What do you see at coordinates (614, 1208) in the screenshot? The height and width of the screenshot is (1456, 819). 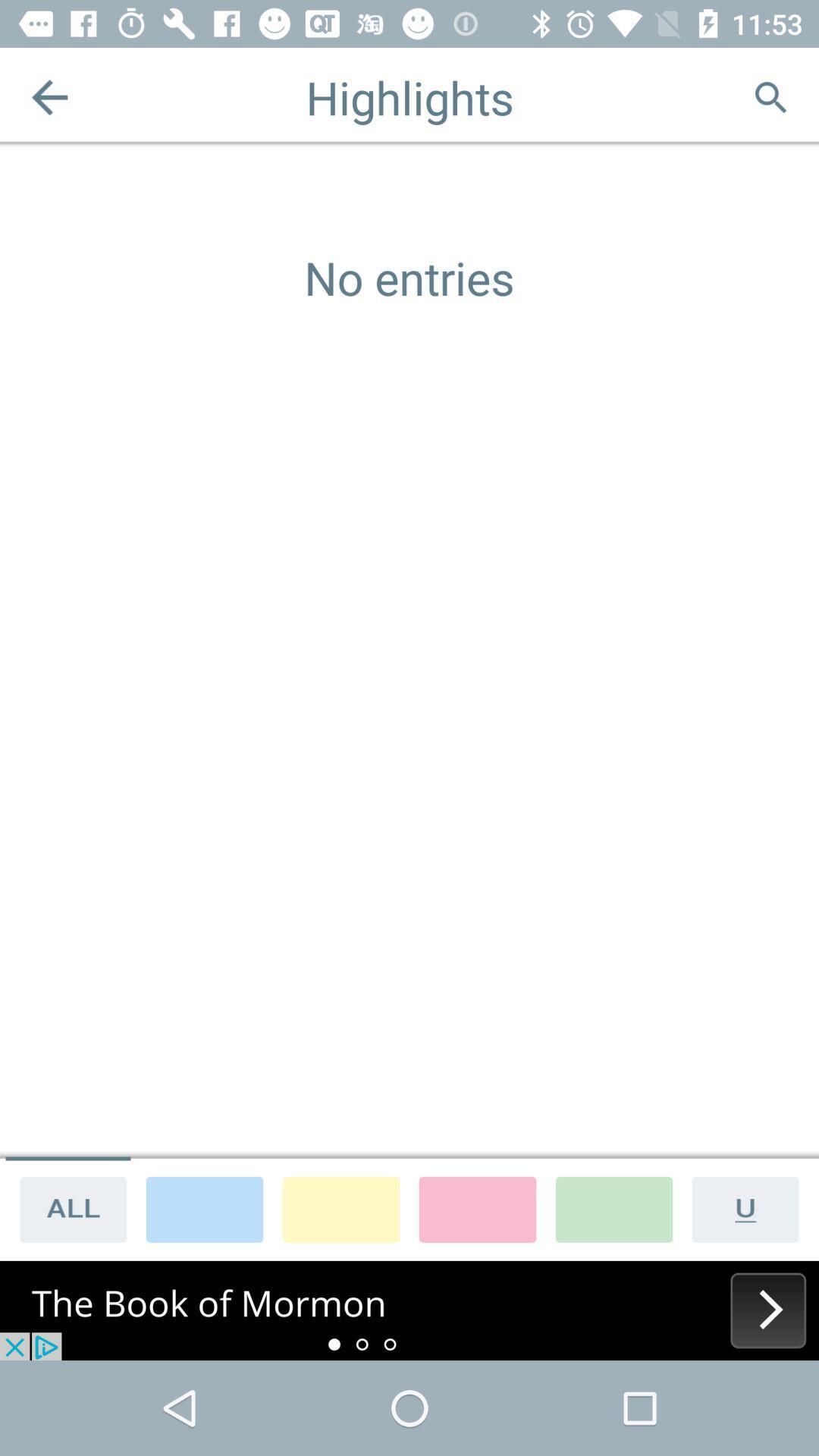 I see `click background color` at bounding box center [614, 1208].